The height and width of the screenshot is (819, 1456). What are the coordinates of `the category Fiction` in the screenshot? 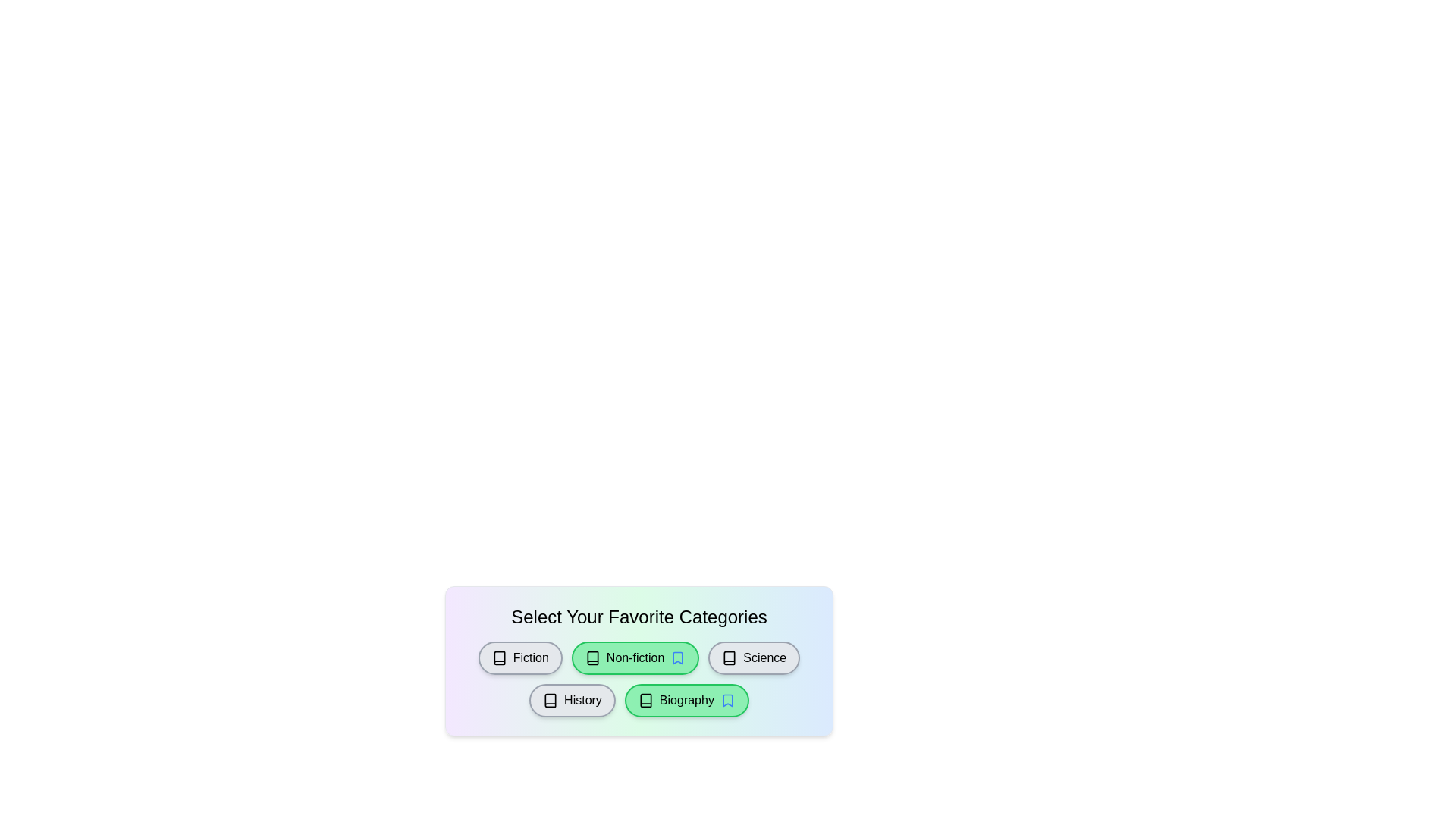 It's located at (520, 657).